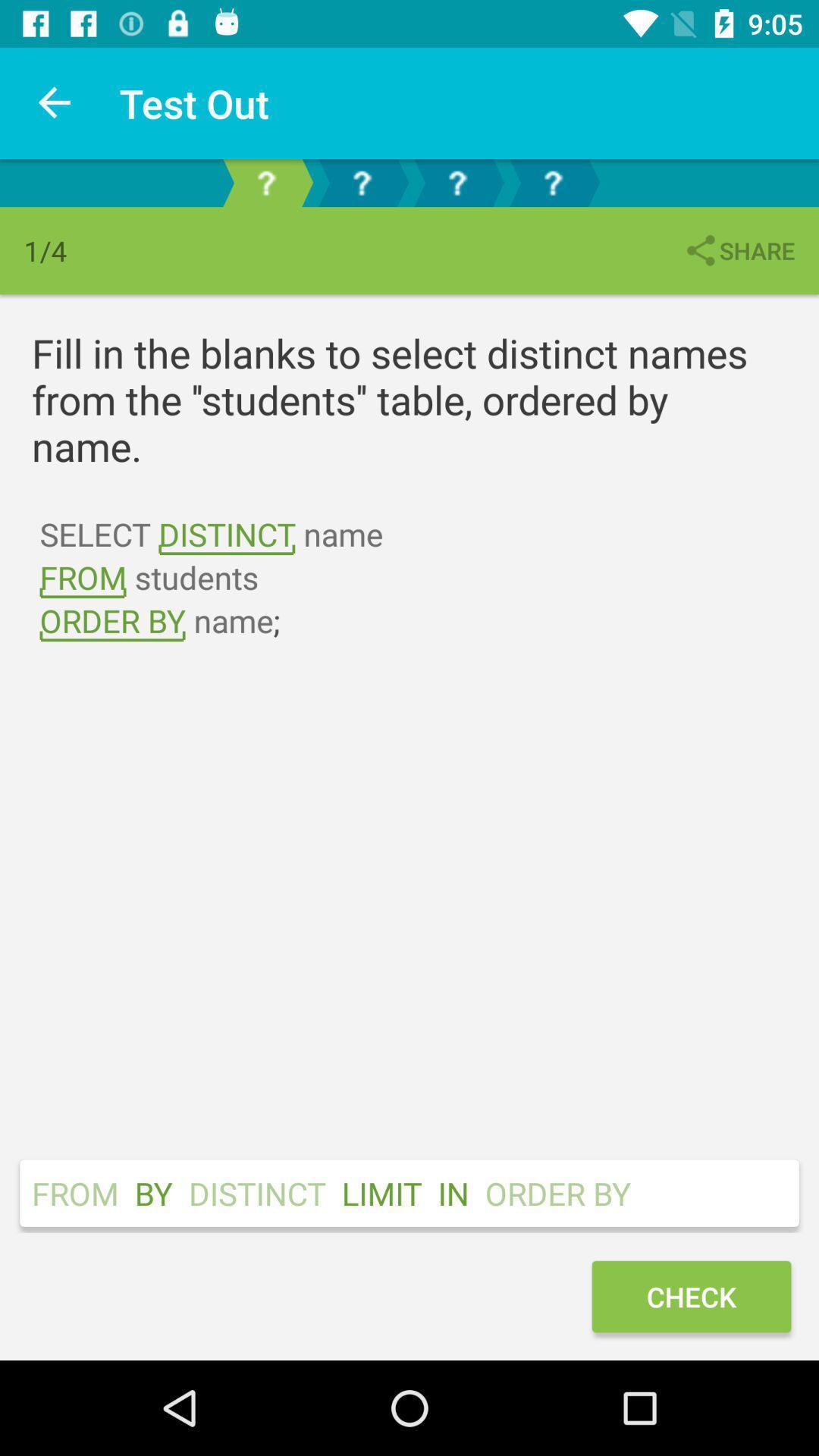 Image resolution: width=819 pixels, height=1456 pixels. Describe the element at coordinates (738, 250) in the screenshot. I see `icon above the fill in the item` at that location.